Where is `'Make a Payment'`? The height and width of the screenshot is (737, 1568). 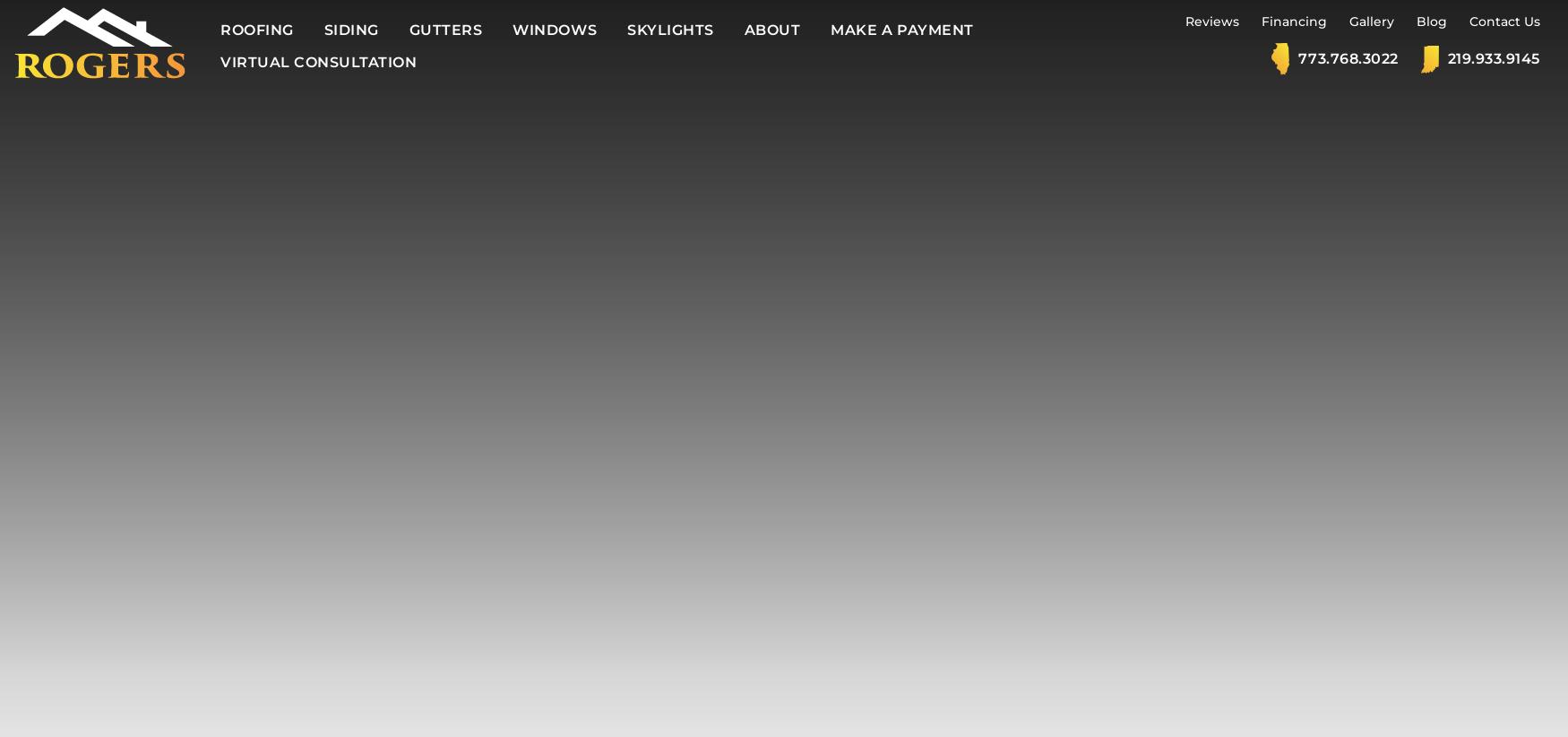 'Make a Payment' is located at coordinates (900, 29).